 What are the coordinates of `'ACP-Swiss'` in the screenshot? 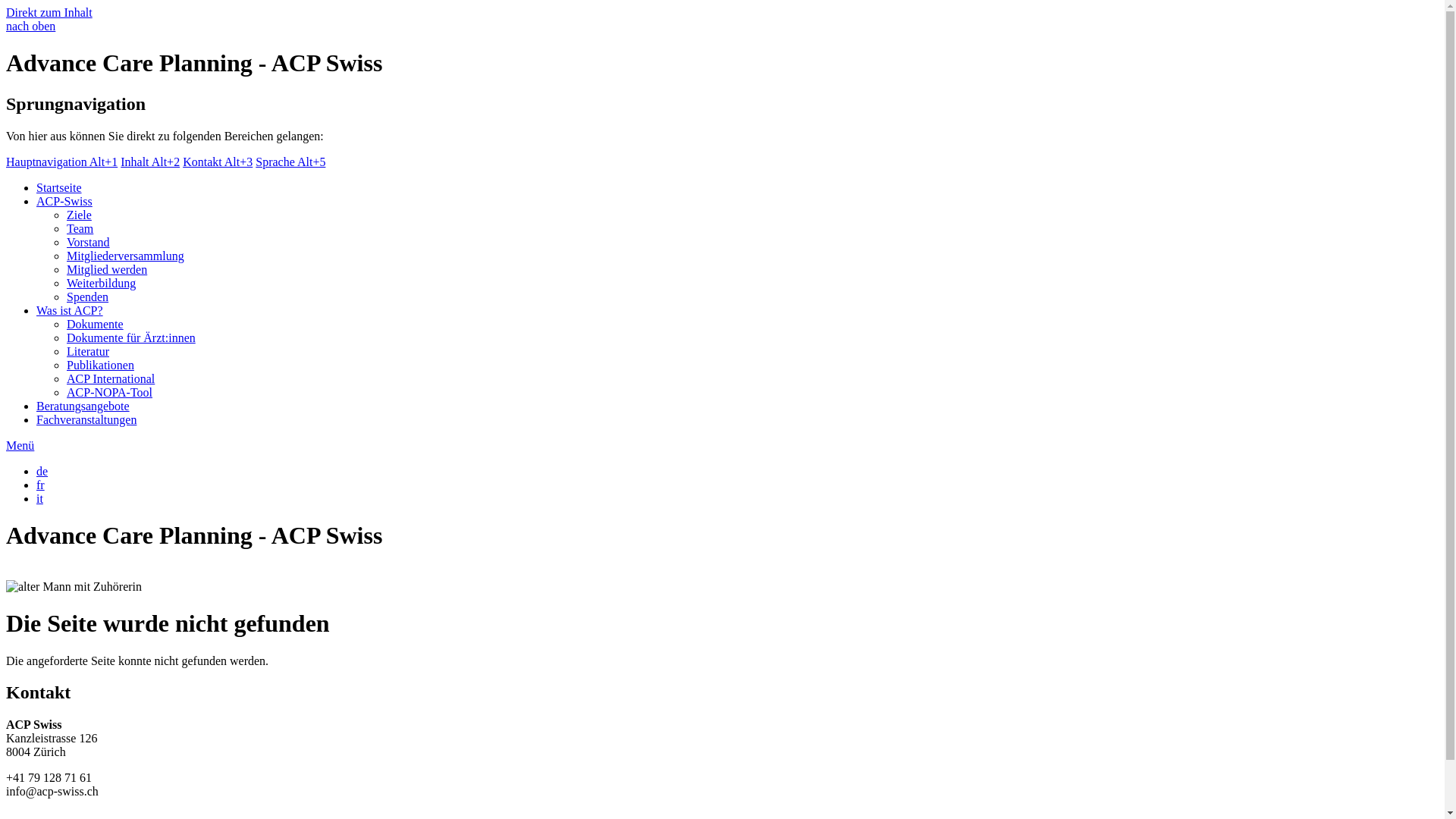 It's located at (36, 200).